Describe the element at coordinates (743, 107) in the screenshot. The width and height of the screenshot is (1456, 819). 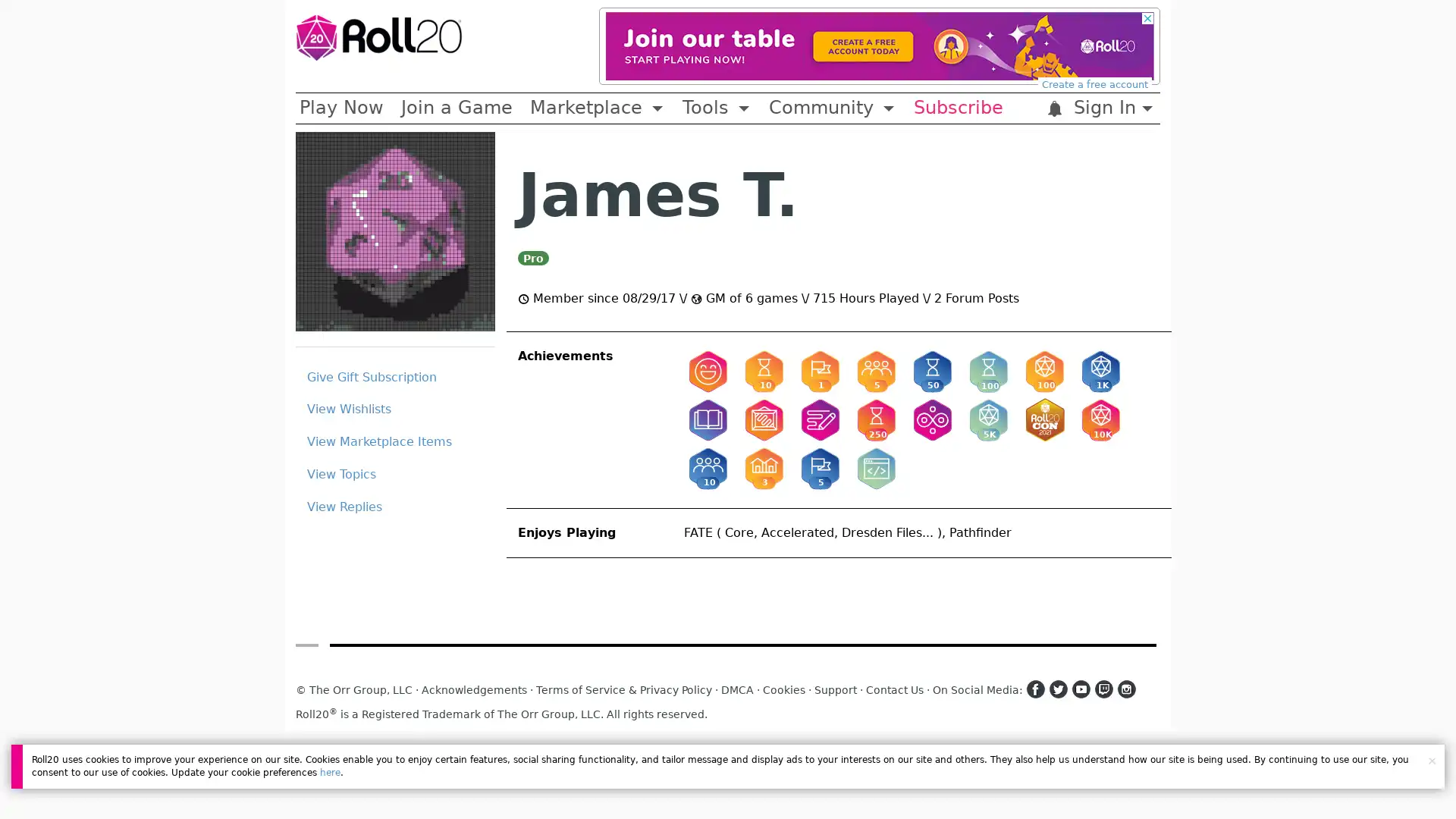
I see `Toggle Dropdown` at that location.